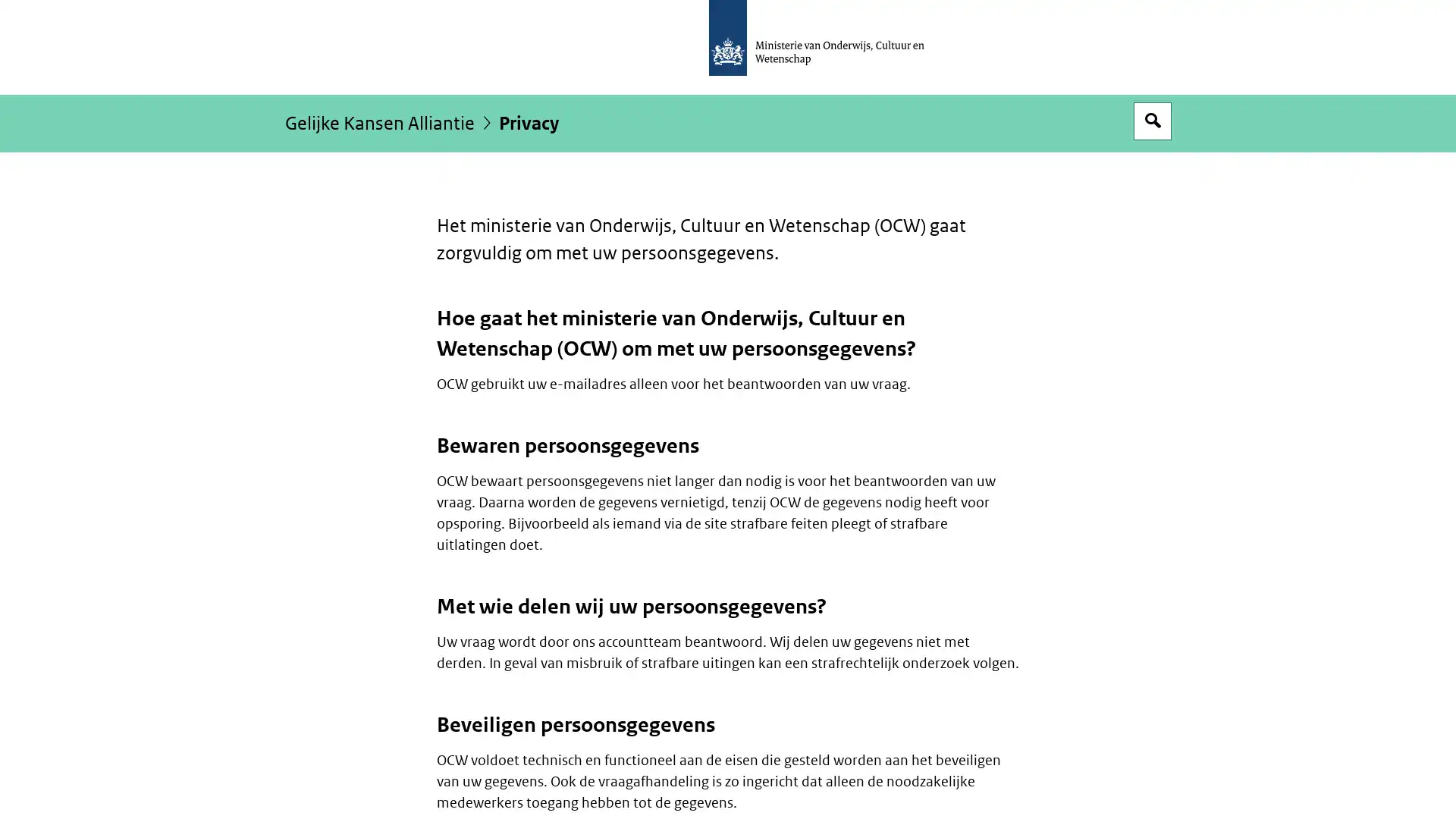 This screenshot has height=819, width=1456. Describe the element at coordinates (1153, 120) in the screenshot. I see `Open zoekveld` at that location.